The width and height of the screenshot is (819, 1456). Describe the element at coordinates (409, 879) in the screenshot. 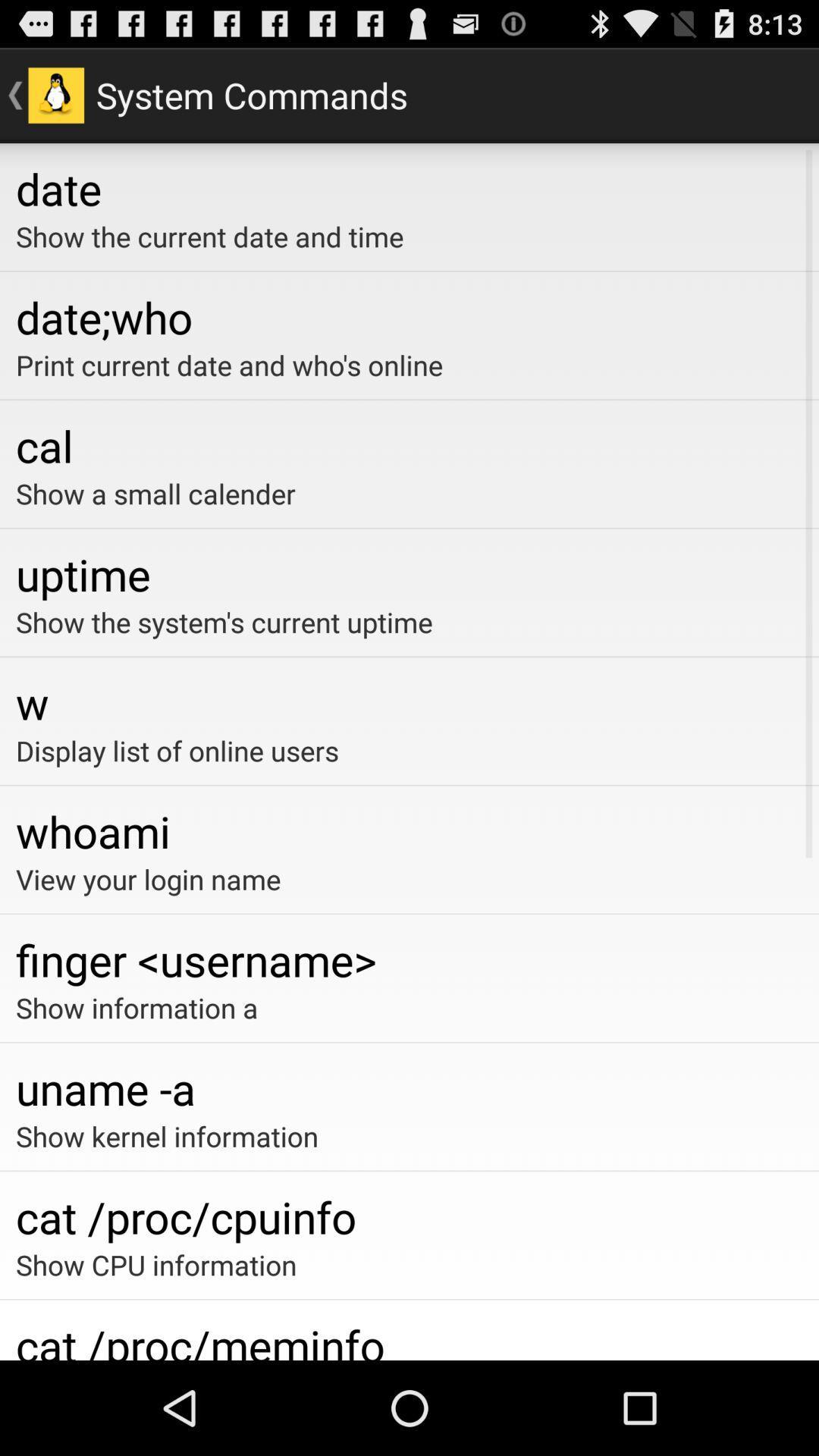

I see `view your login app` at that location.